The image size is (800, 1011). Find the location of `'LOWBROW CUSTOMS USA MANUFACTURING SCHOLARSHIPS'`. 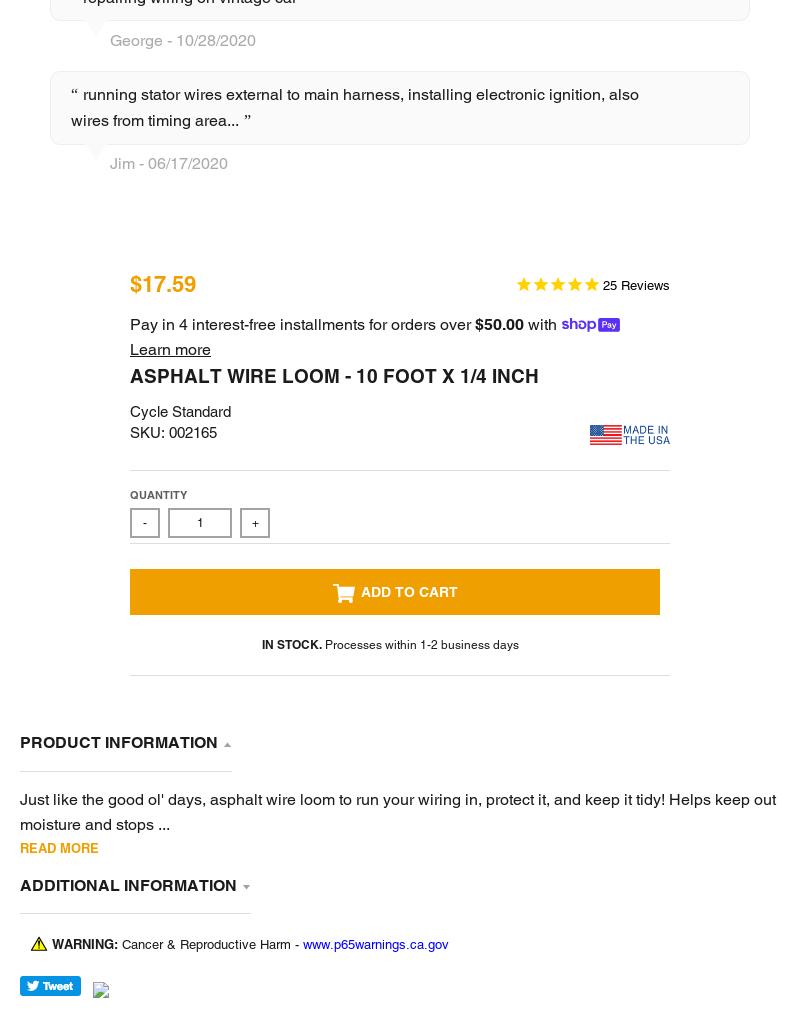

'LOWBROW CUSTOMS USA MANUFACTURING SCHOLARSHIPS' is located at coordinates (313, 618).